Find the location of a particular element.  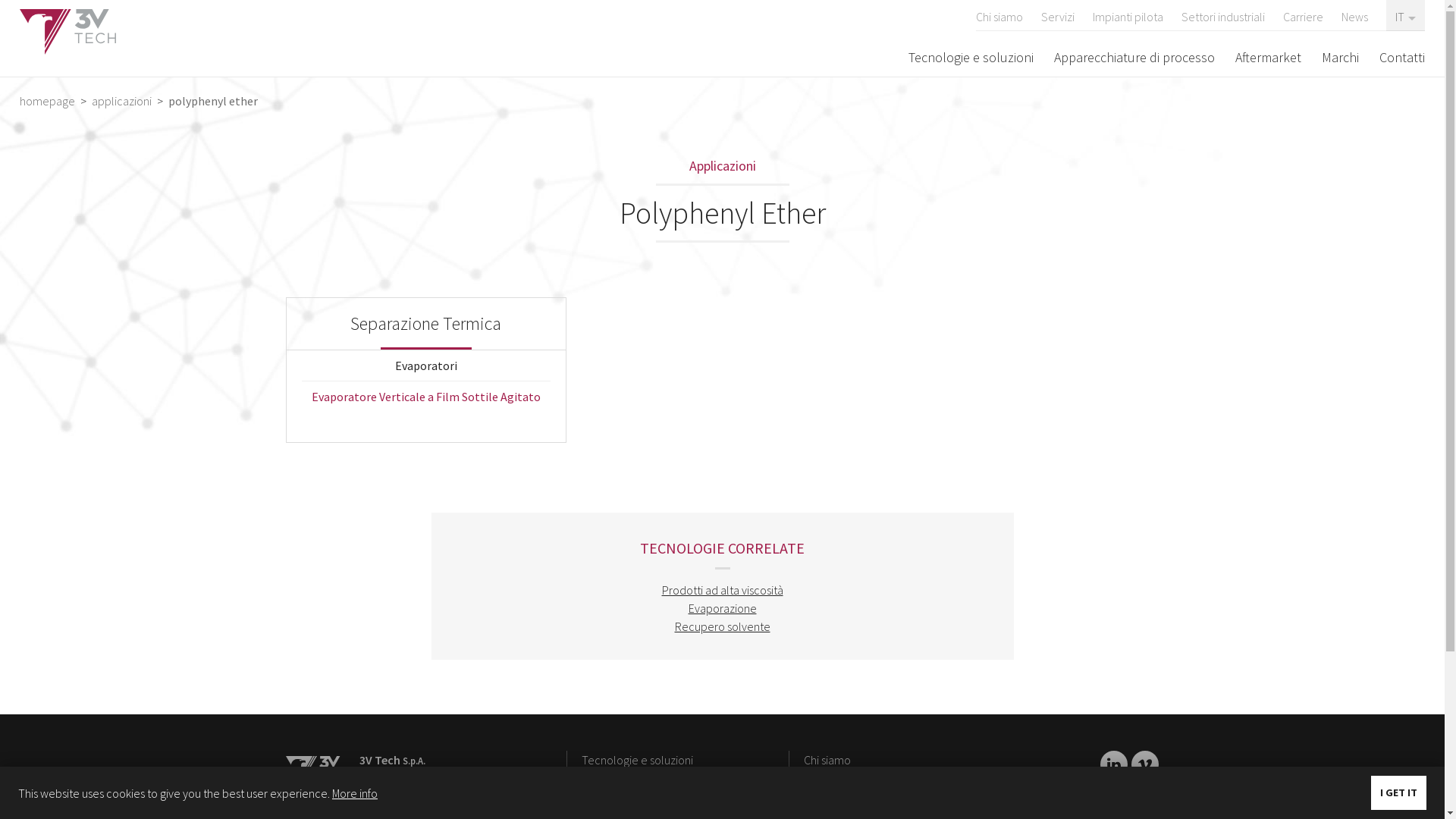

'More info' is located at coordinates (354, 792).